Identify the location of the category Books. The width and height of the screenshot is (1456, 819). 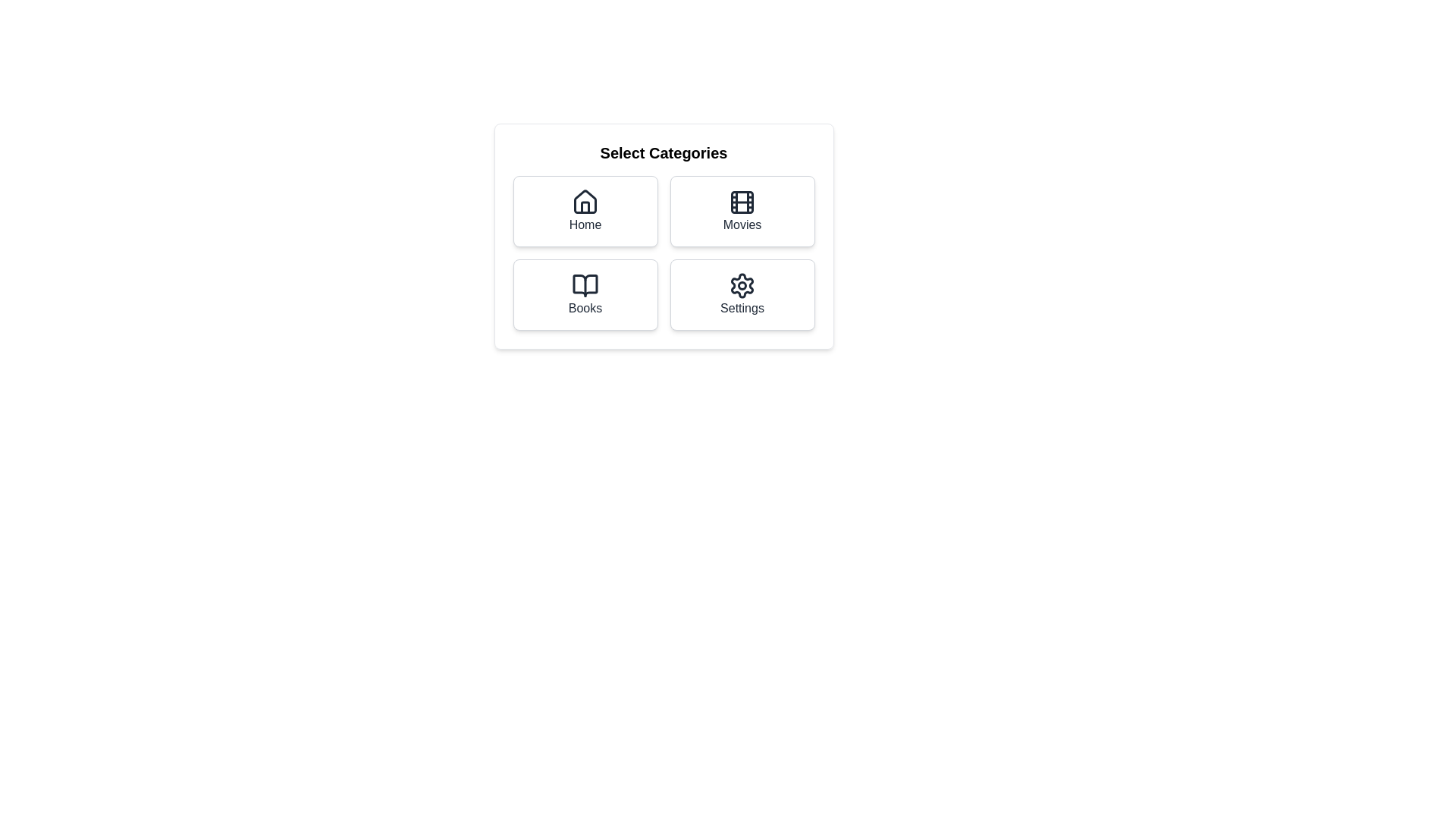
(585, 295).